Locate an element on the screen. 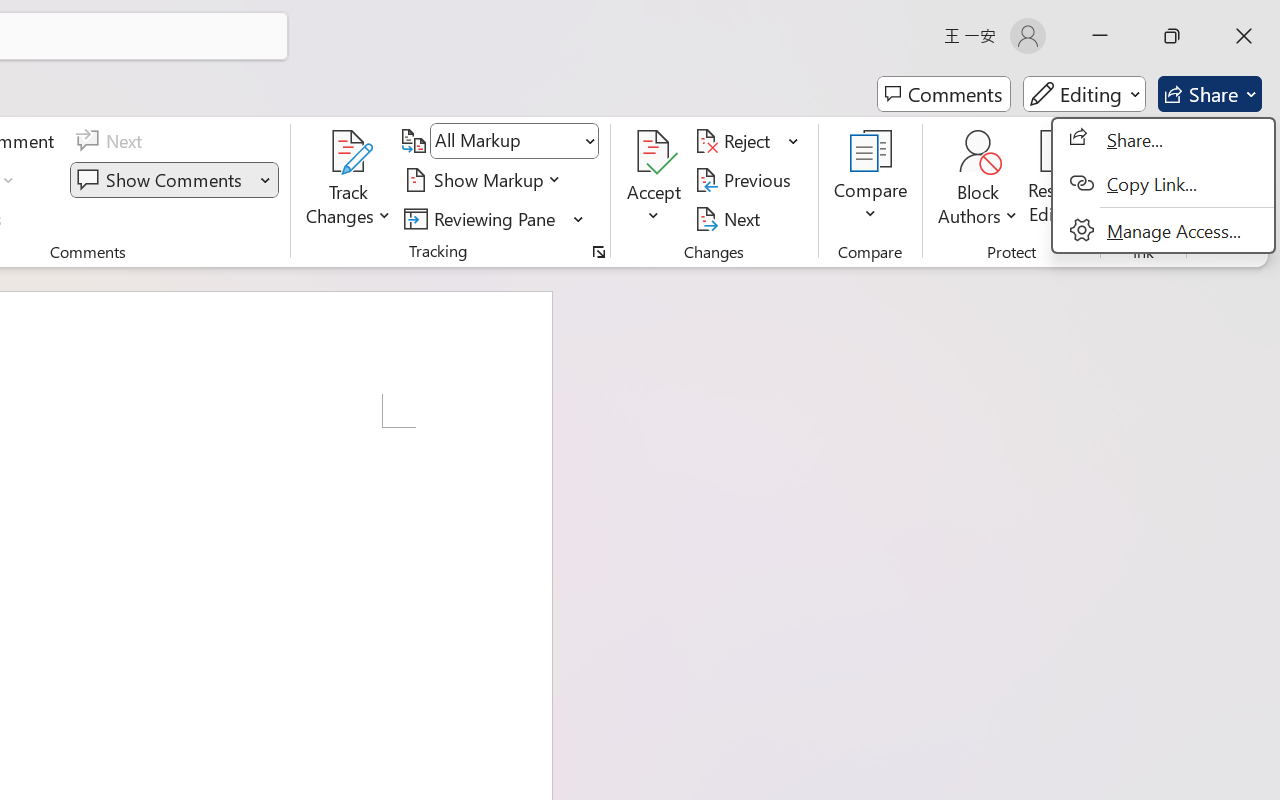  'Show Comments' is located at coordinates (174, 179).